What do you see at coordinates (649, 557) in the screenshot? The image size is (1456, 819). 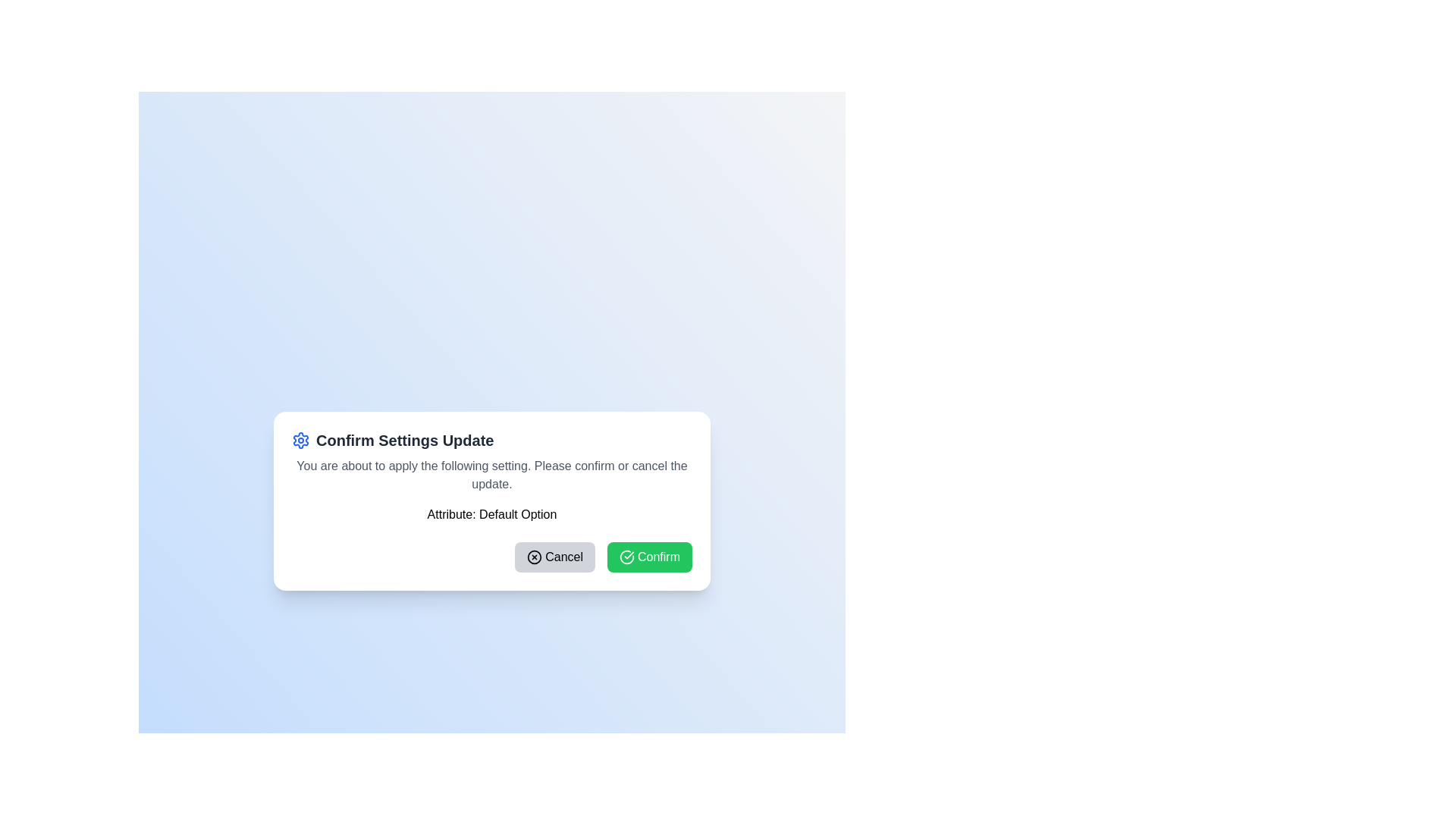 I see `the green 'Confirm' button with a checkmark icon to confirm the action` at bounding box center [649, 557].